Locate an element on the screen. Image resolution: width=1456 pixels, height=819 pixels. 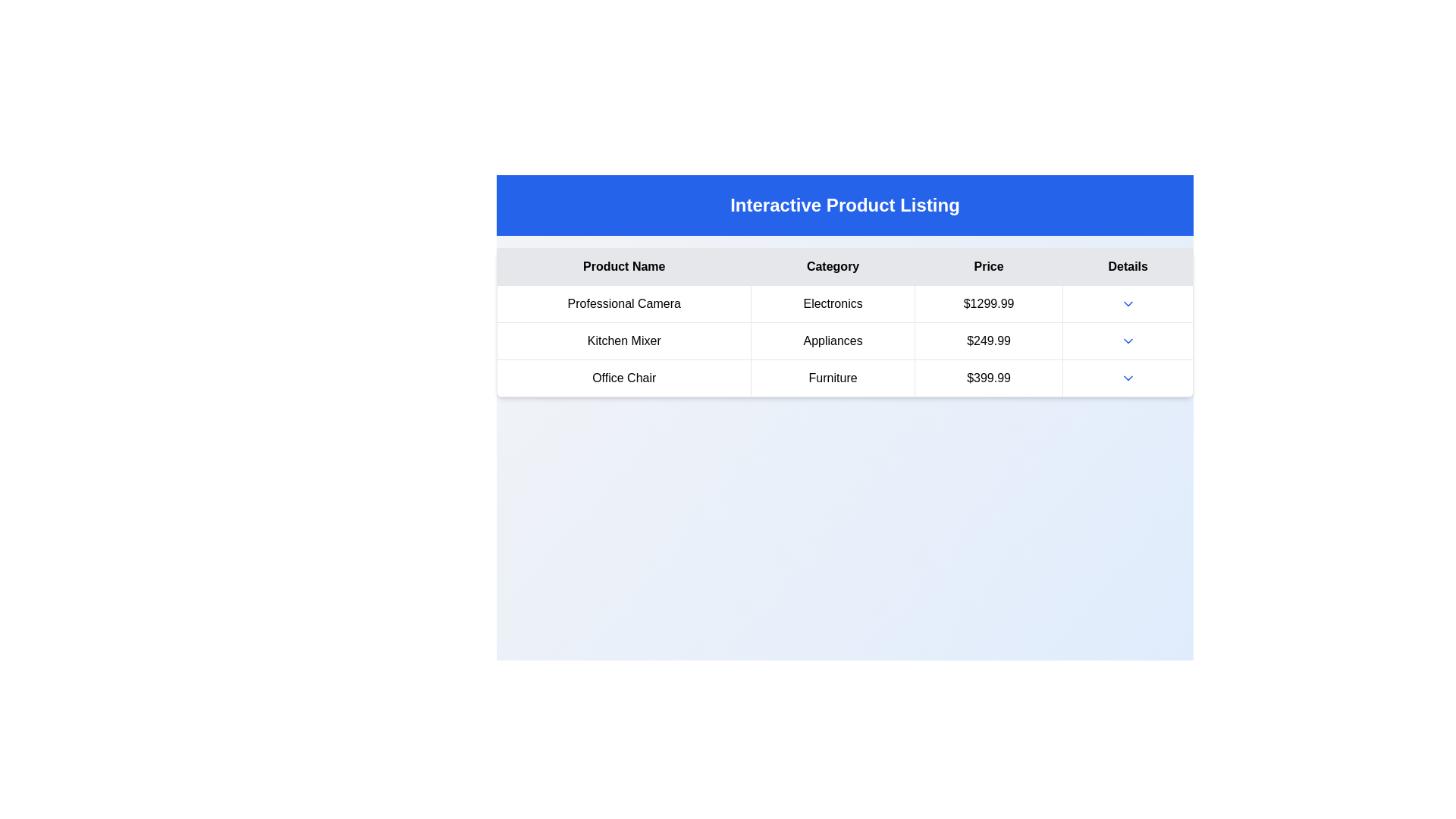
the 'Price' label, which is the third column header in a row of four within a tabular header is located at coordinates (989, 265).